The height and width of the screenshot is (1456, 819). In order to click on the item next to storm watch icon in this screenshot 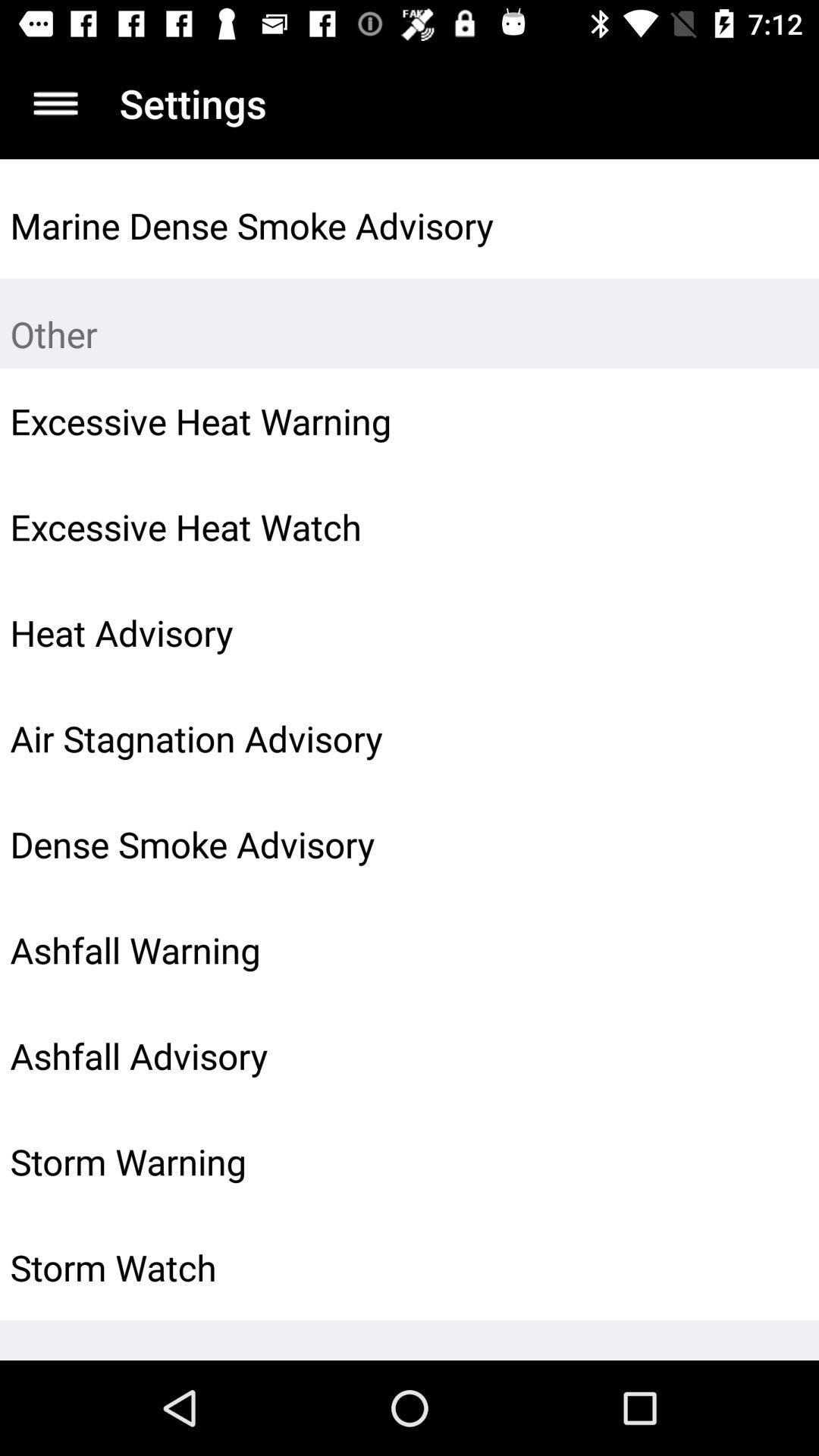, I will do `click(771, 1267)`.